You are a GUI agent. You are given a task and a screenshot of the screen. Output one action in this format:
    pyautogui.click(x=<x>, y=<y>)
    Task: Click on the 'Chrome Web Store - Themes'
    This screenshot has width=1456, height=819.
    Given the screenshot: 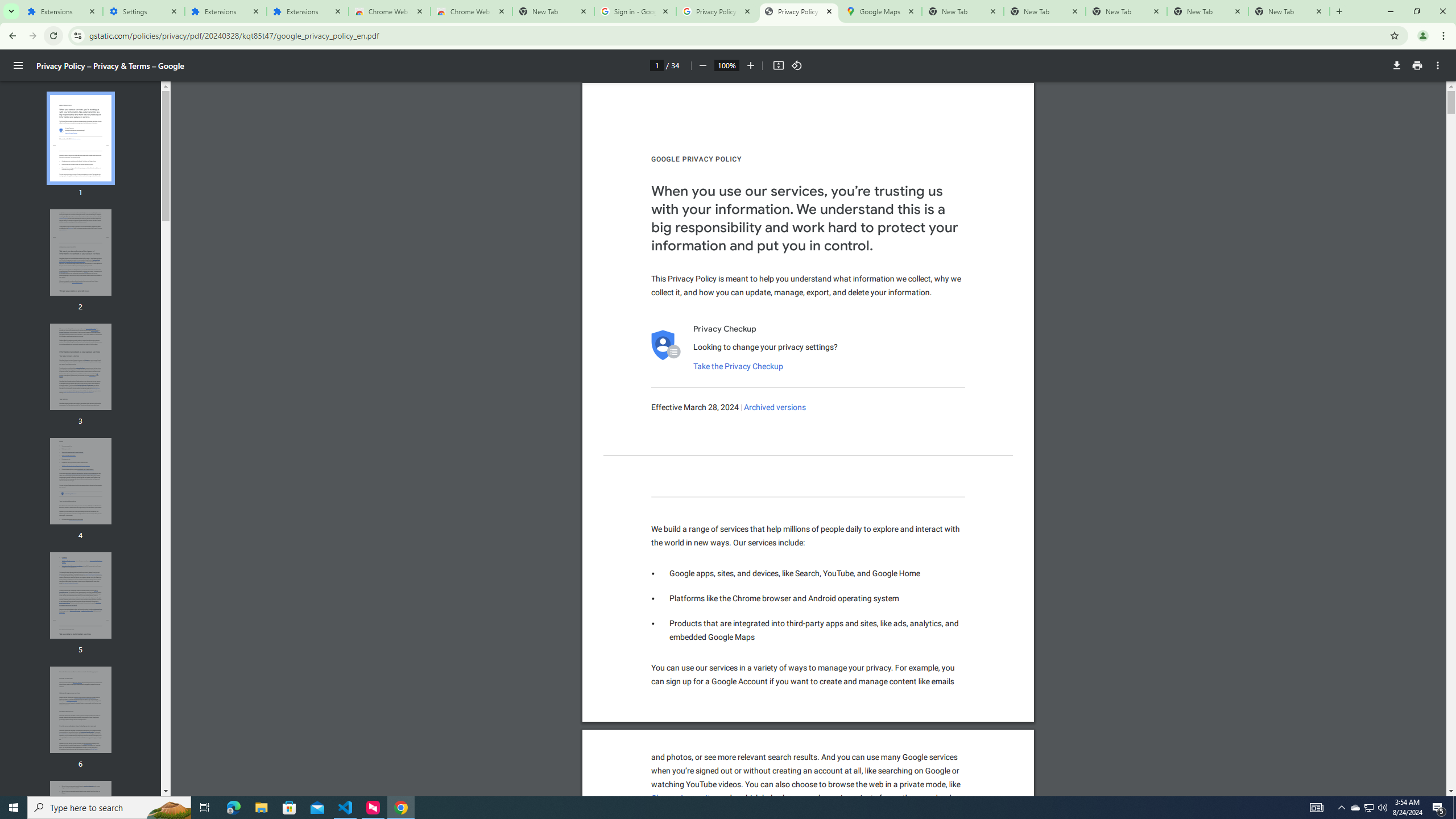 What is the action you would take?
    pyautogui.click(x=470, y=11)
    